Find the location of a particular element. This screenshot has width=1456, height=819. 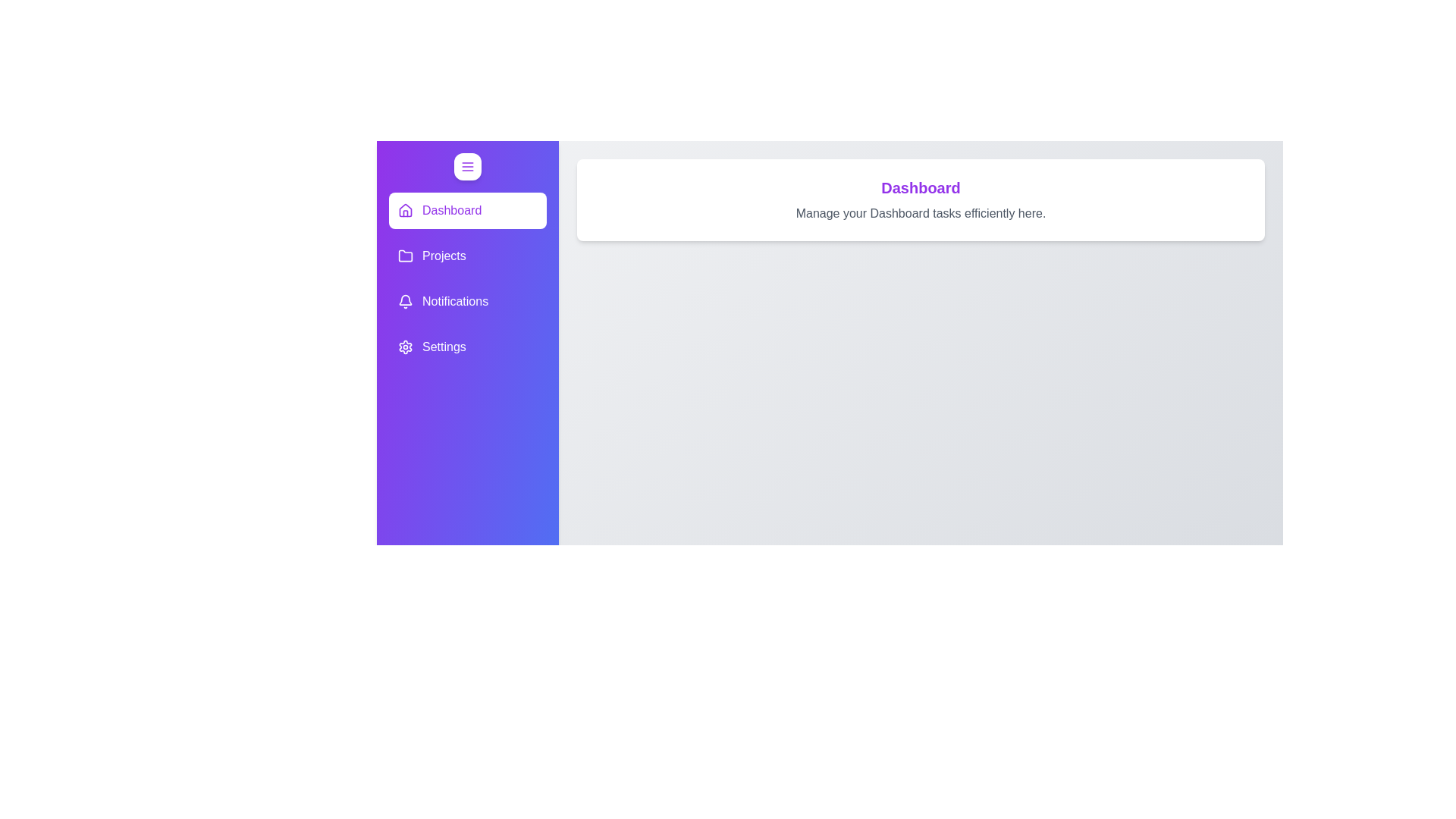

the element labeled Notifications to observe its hover effects is located at coordinates (467, 301).